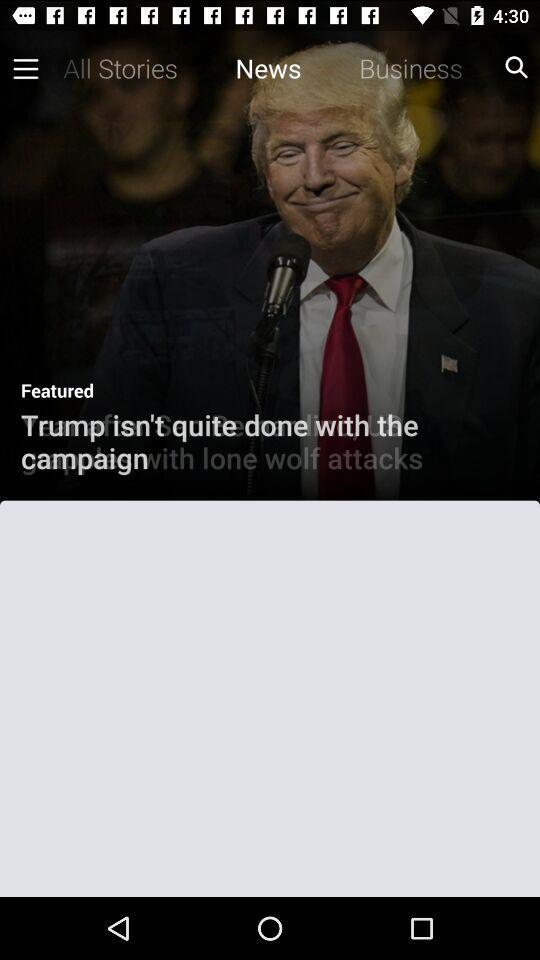 This screenshot has height=960, width=540. I want to click on the menu icon, so click(22, 73).